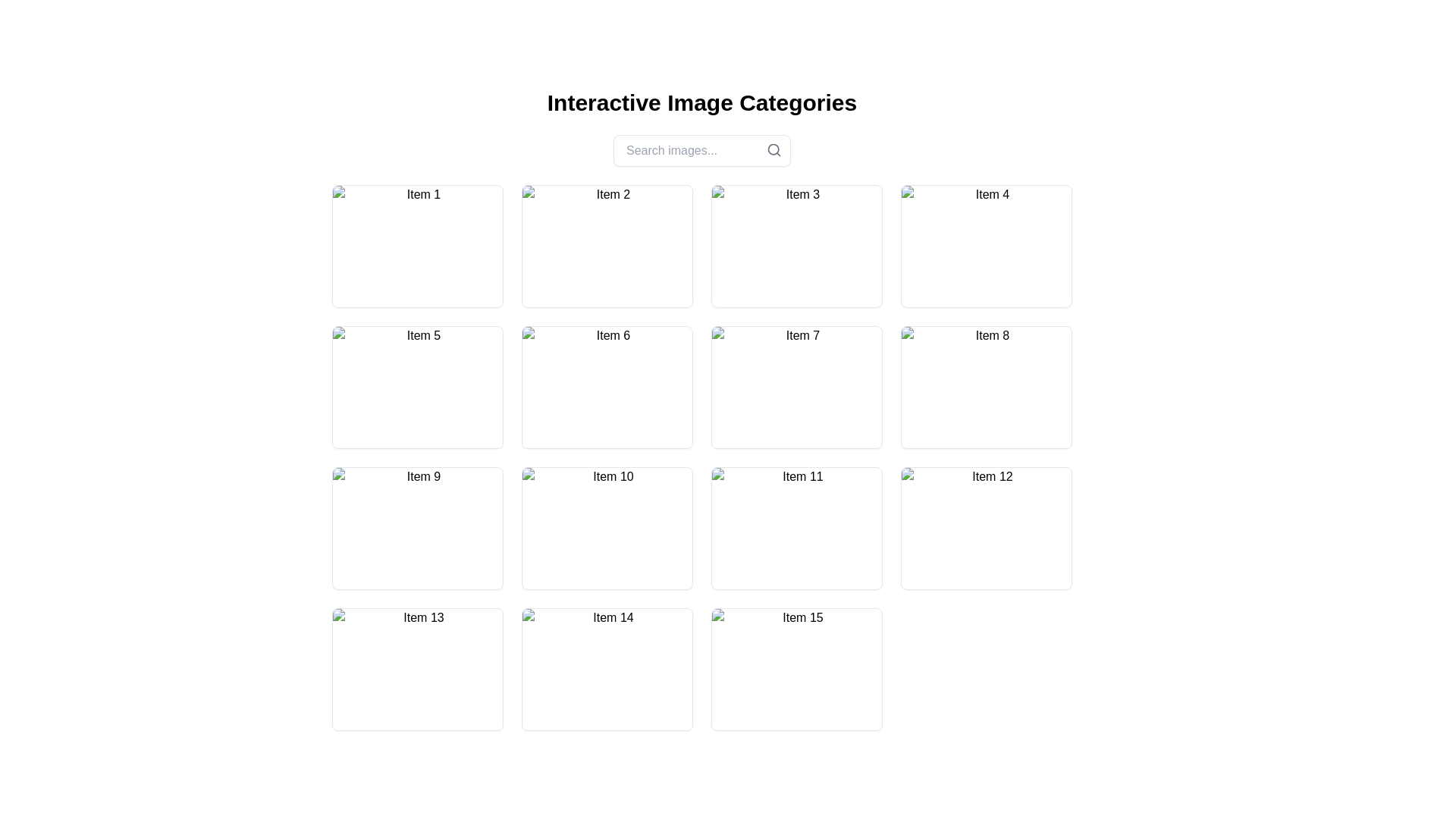 The image size is (1456, 819). Describe the element at coordinates (774, 149) in the screenshot. I see `the search icon located inside the search bar at the top-center of the interface, positioned to the right of the placeholder text 'Search images...', to initiate a search action` at that location.